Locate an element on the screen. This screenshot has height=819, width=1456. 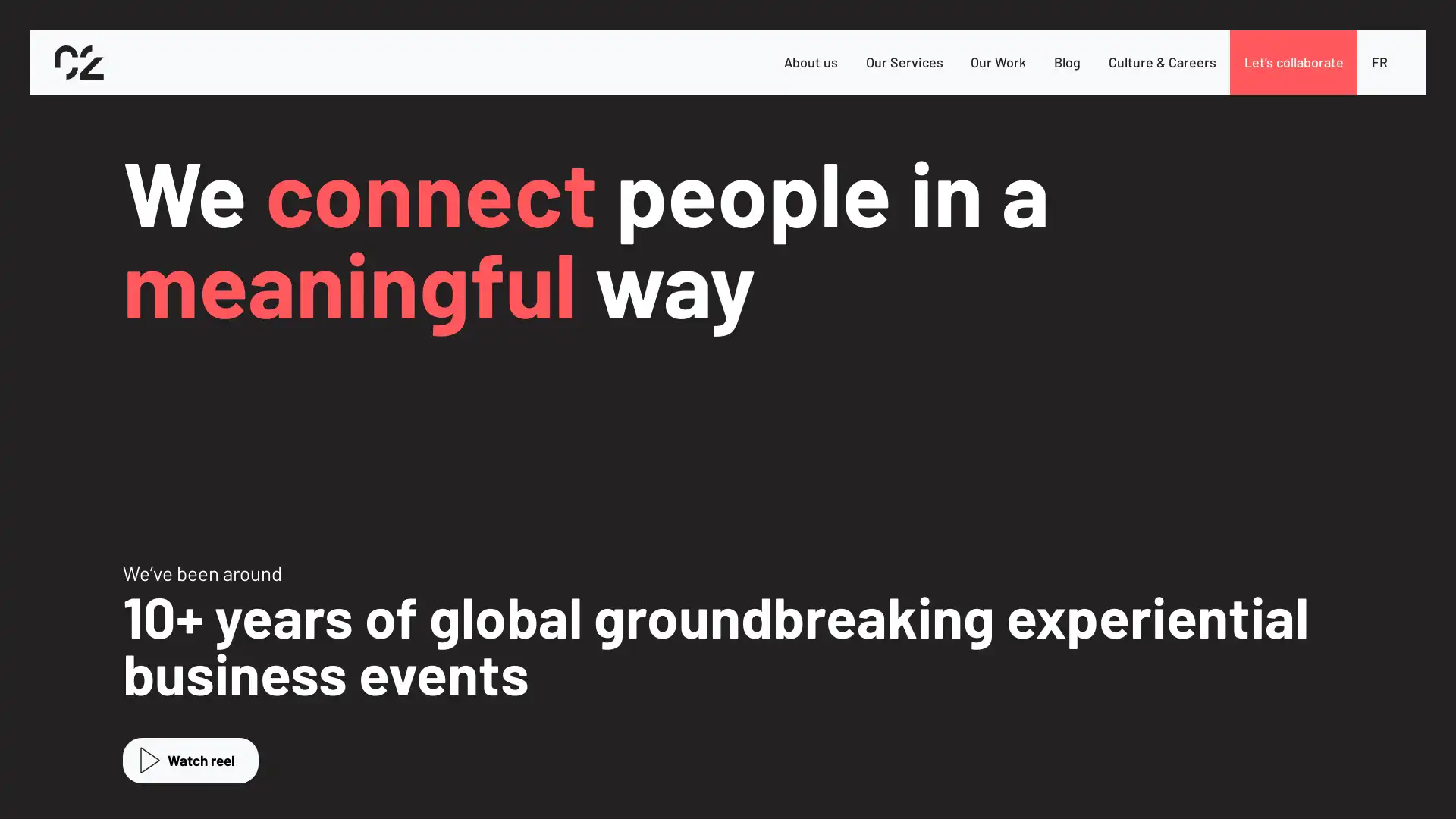
Watch reel is located at coordinates (190, 760).